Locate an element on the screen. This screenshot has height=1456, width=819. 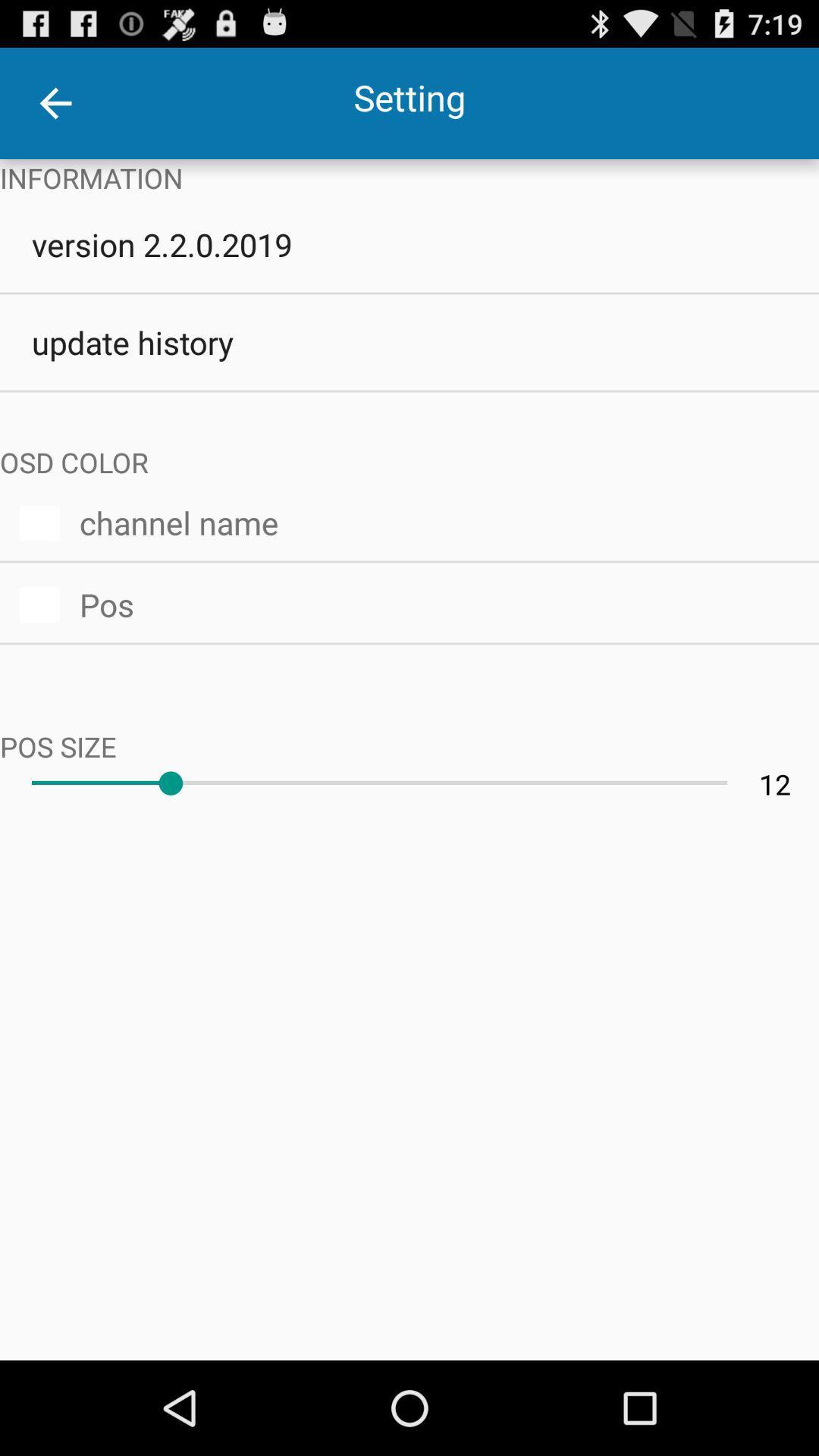
the version 2 2 item is located at coordinates (409, 244).